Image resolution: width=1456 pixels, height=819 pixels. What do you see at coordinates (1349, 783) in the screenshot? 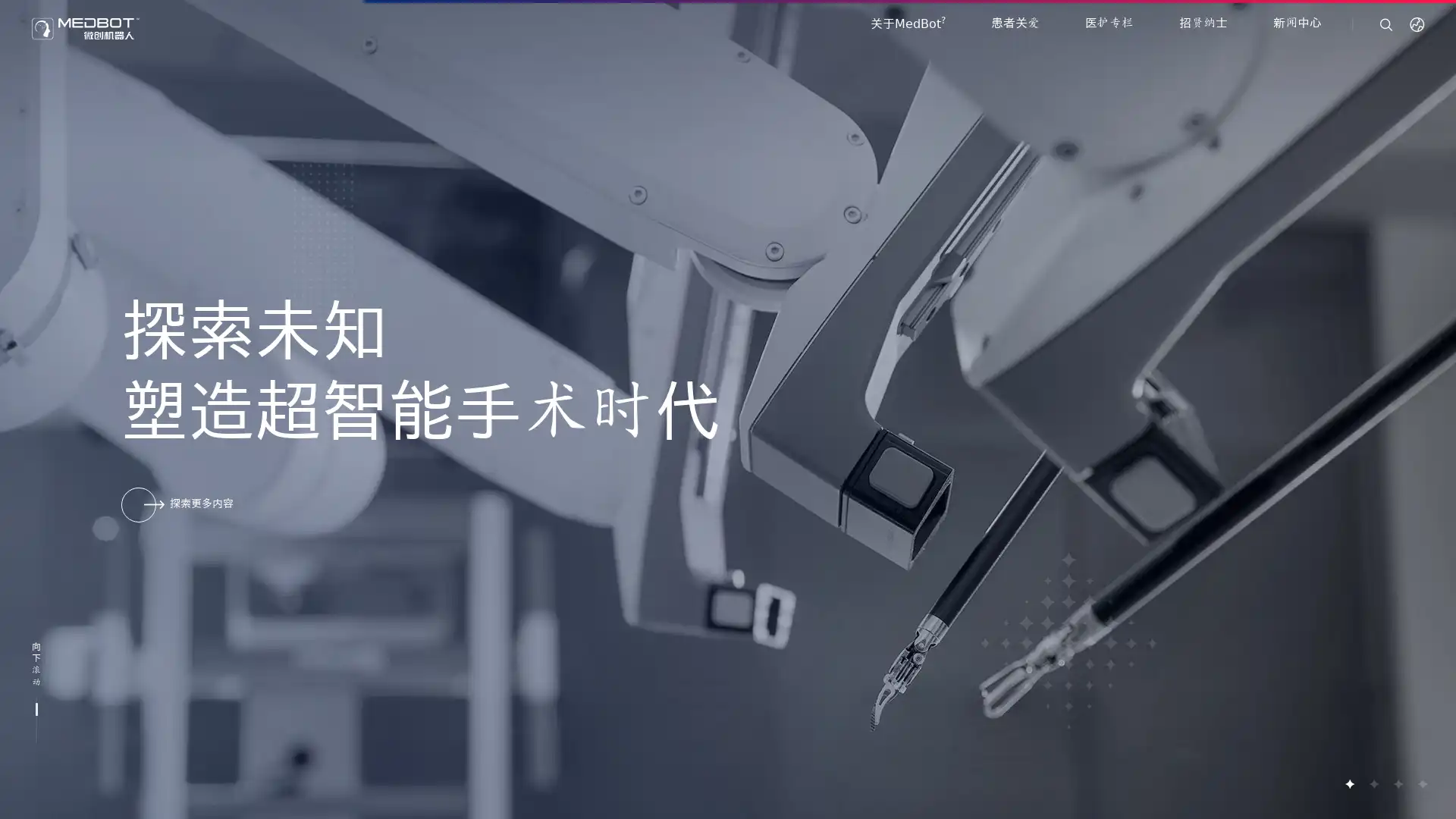
I see `Go to slide 1` at bounding box center [1349, 783].